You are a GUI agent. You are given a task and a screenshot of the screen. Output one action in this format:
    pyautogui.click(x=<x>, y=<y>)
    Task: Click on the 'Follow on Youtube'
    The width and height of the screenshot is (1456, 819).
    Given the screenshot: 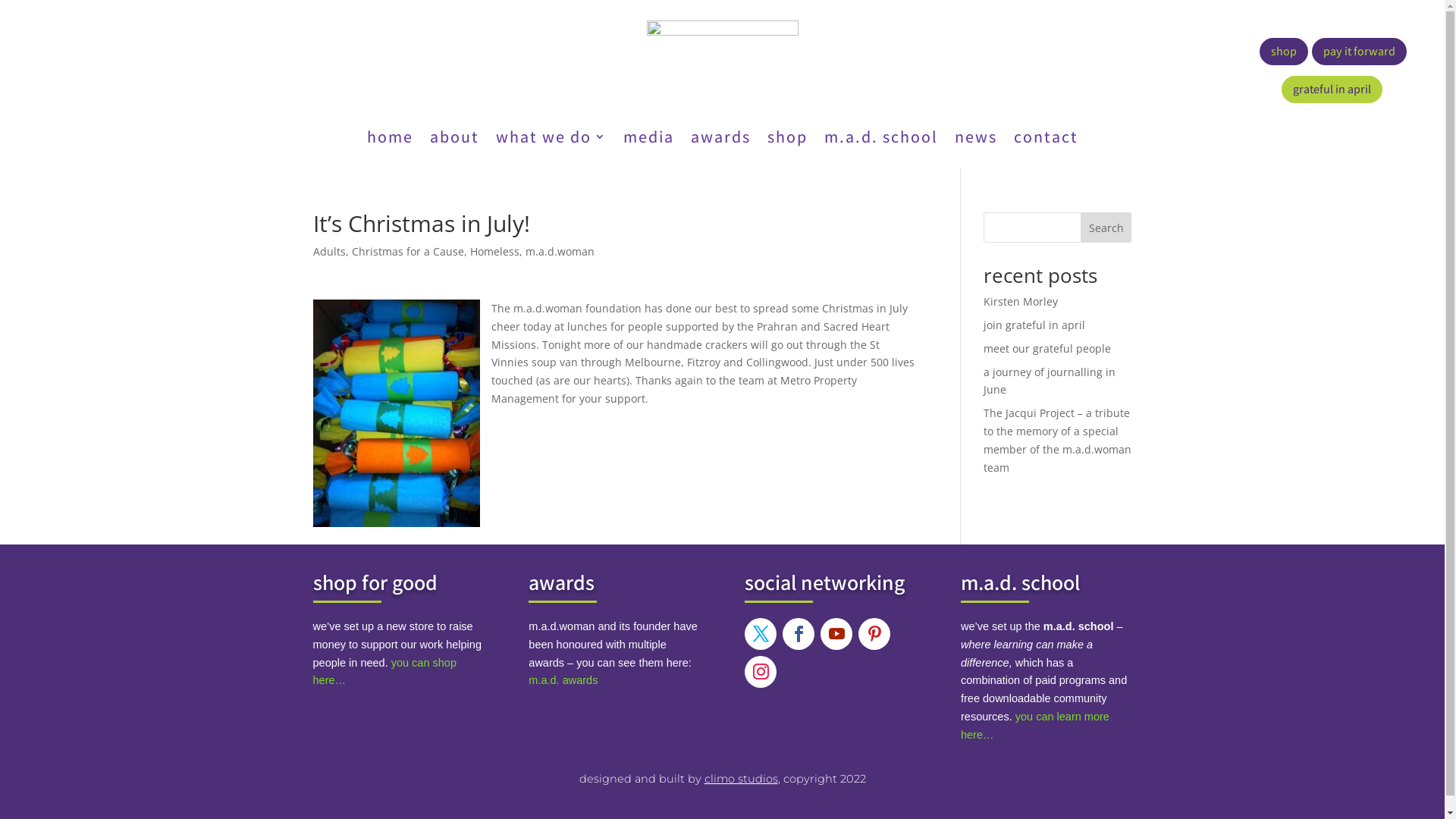 What is the action you would take?
    pyautogui.click(x=819, y=634)
    